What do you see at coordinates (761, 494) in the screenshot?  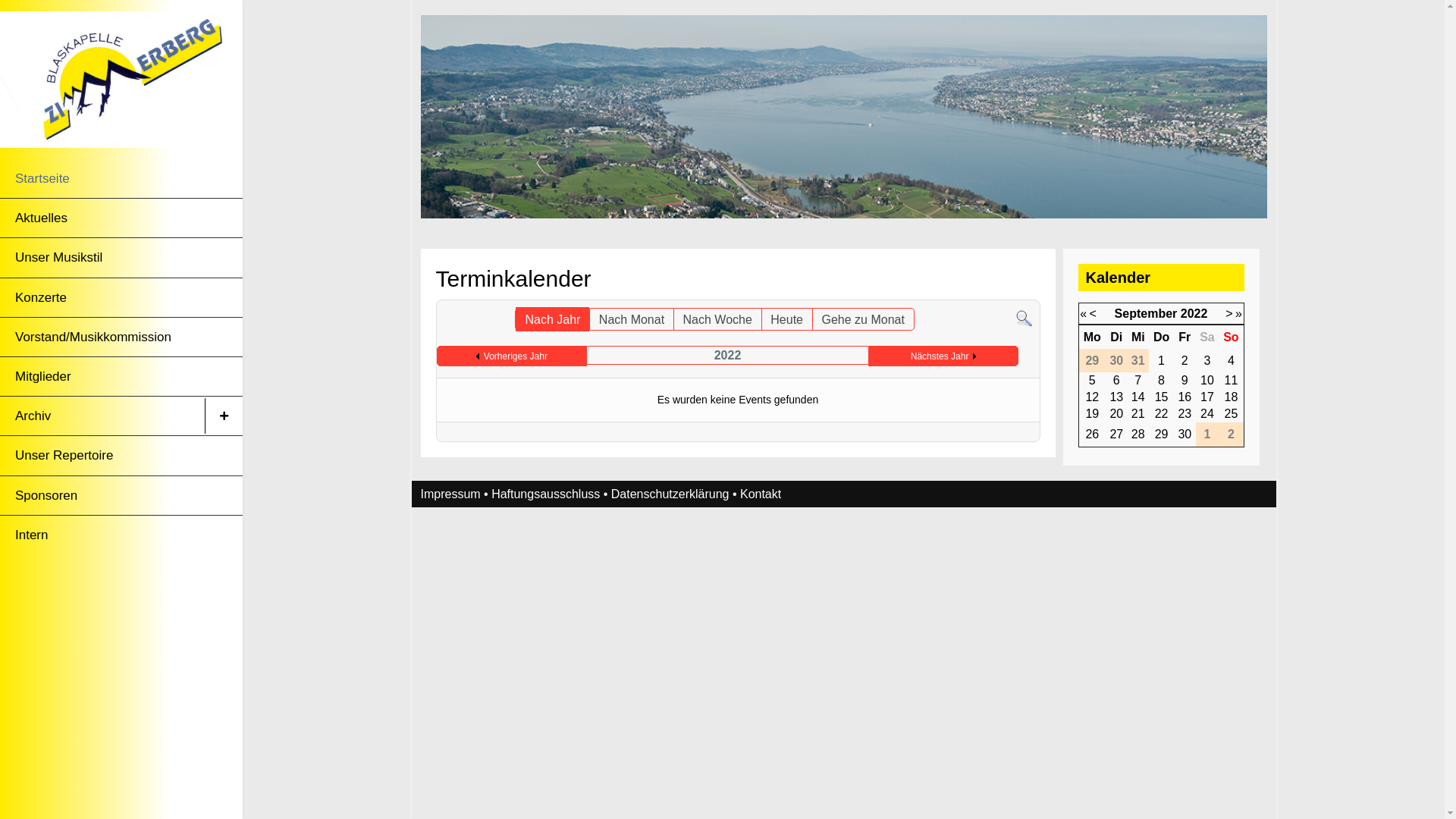 I see `'Kontakt'` at bounding box center [761, 494].